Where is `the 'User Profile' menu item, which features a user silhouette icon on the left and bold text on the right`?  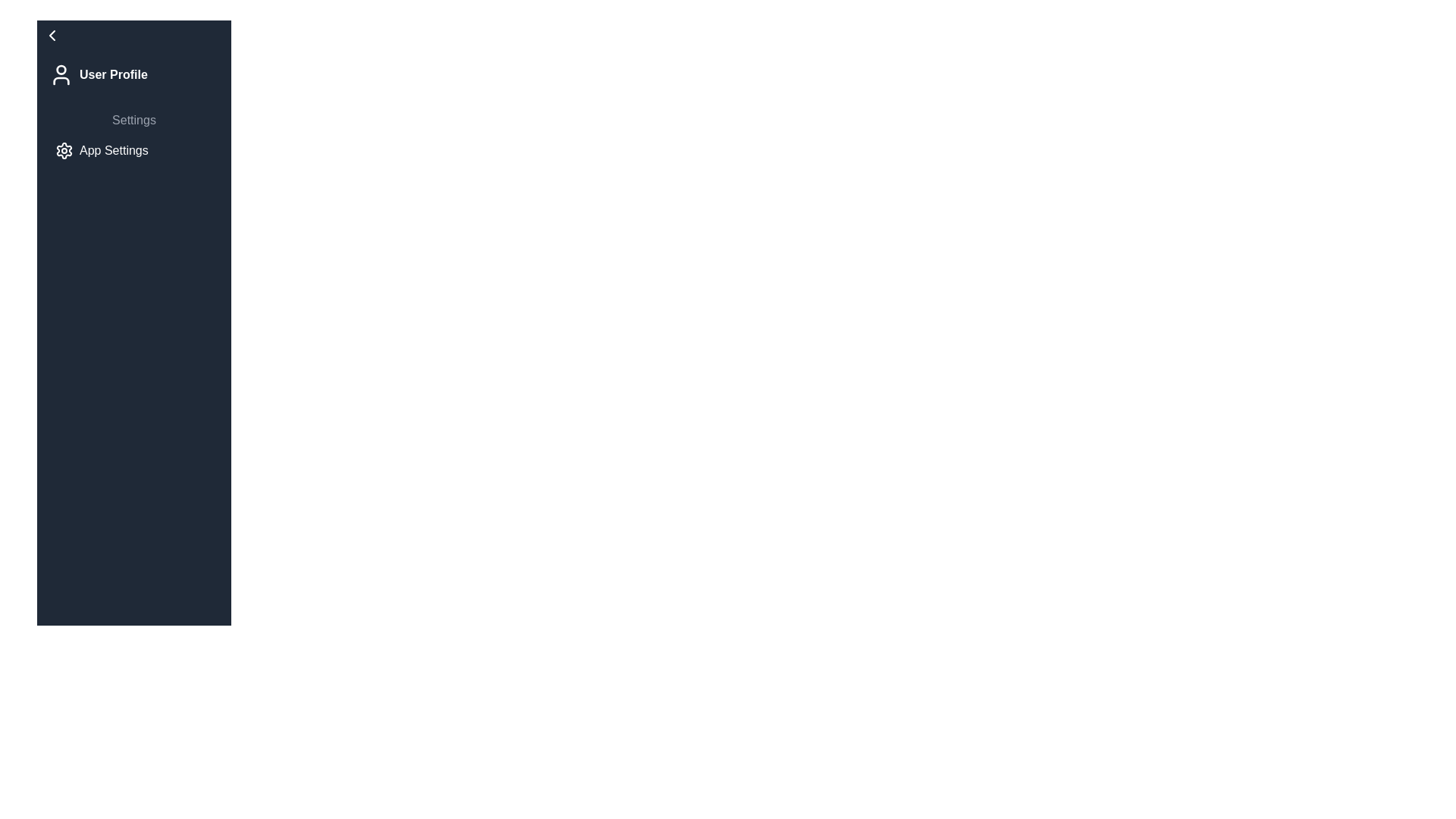
the 'User Profile' menu item, which features a user silhouette icon on the left and bold text on the right is located at coordinates (134, 75).